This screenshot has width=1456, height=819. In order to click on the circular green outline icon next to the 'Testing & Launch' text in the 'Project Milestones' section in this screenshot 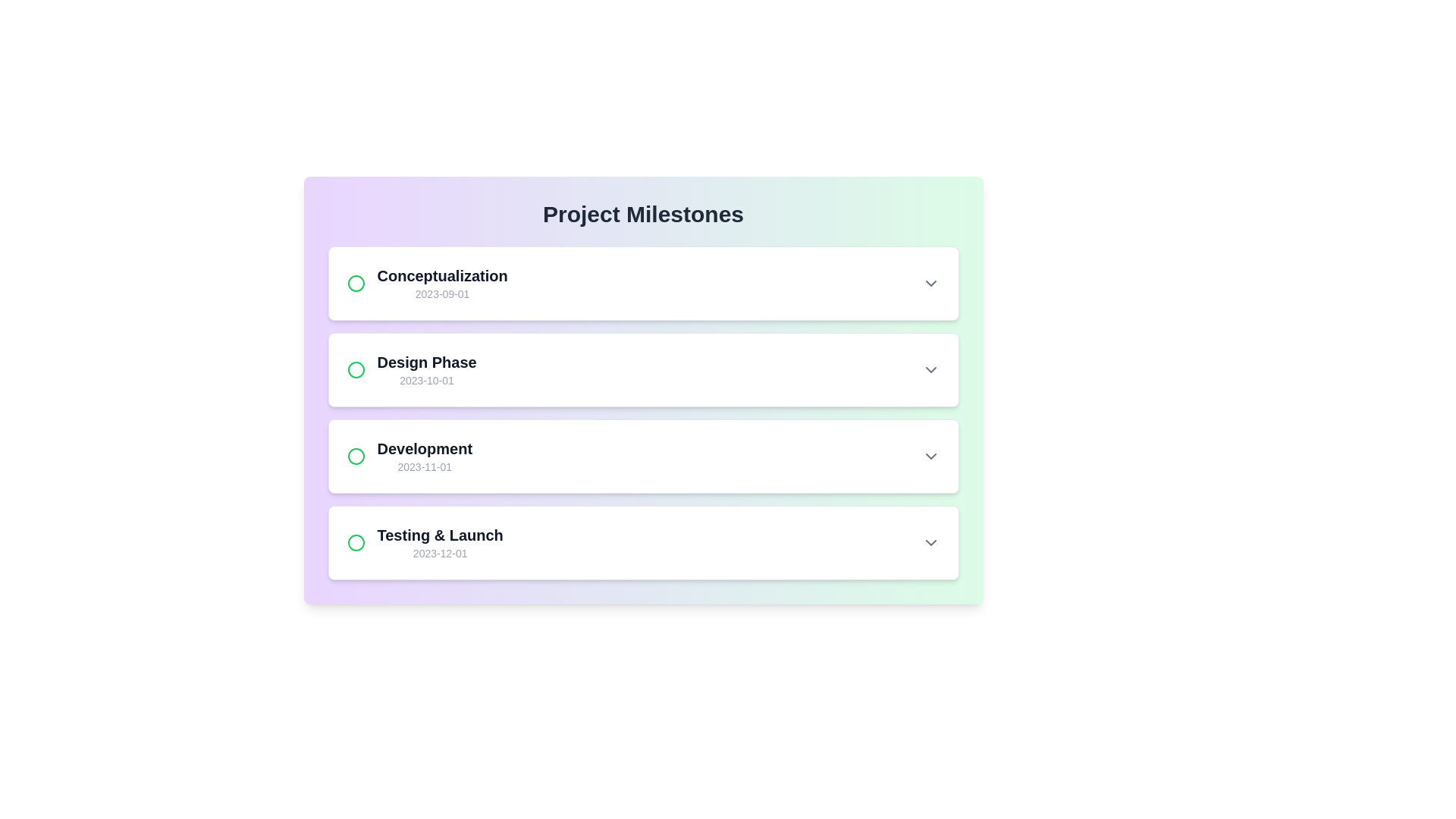, I will do `click(355, 542)`.